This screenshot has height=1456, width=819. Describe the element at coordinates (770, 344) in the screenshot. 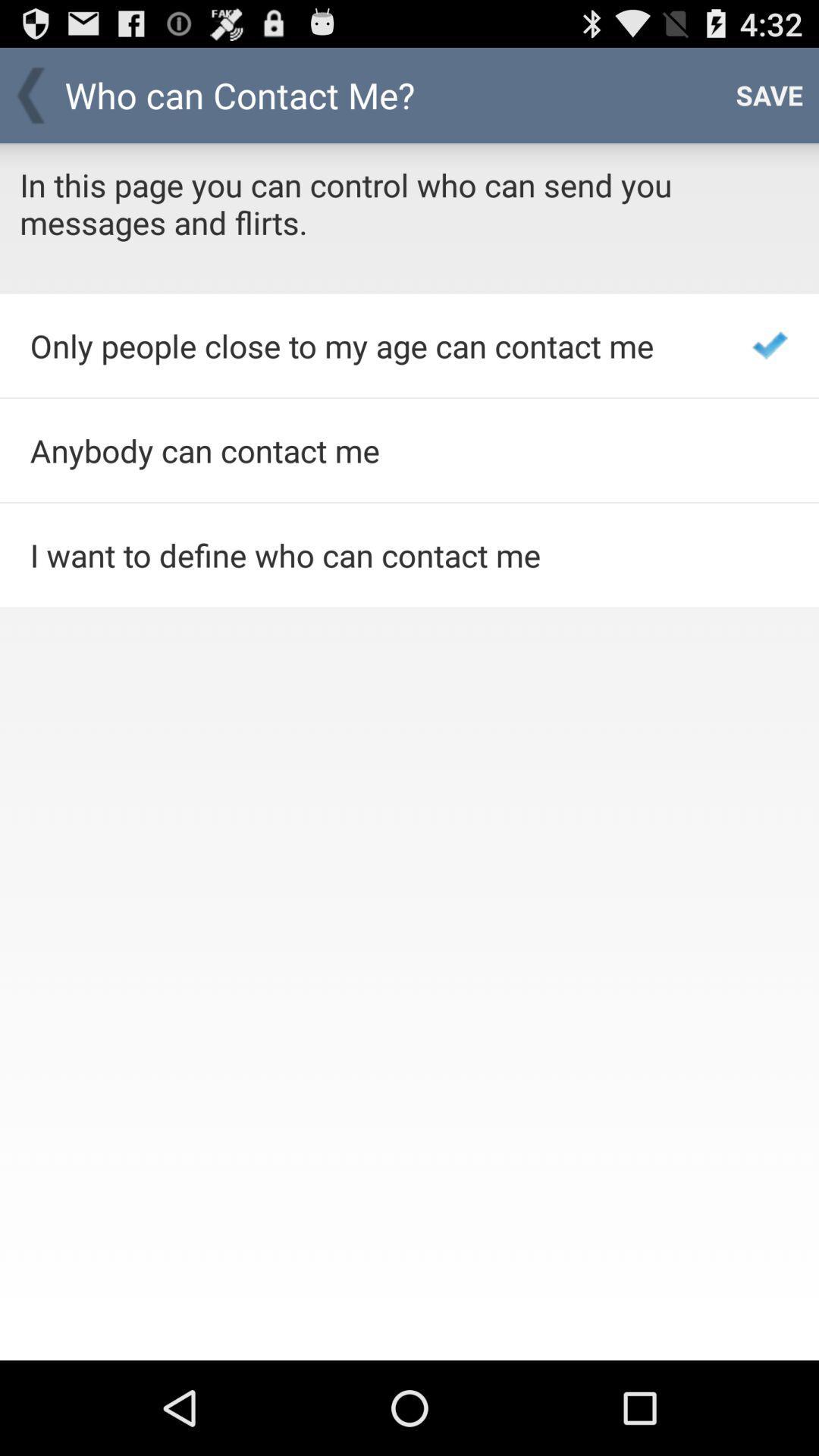

I see `the app below in this page item` at that location.